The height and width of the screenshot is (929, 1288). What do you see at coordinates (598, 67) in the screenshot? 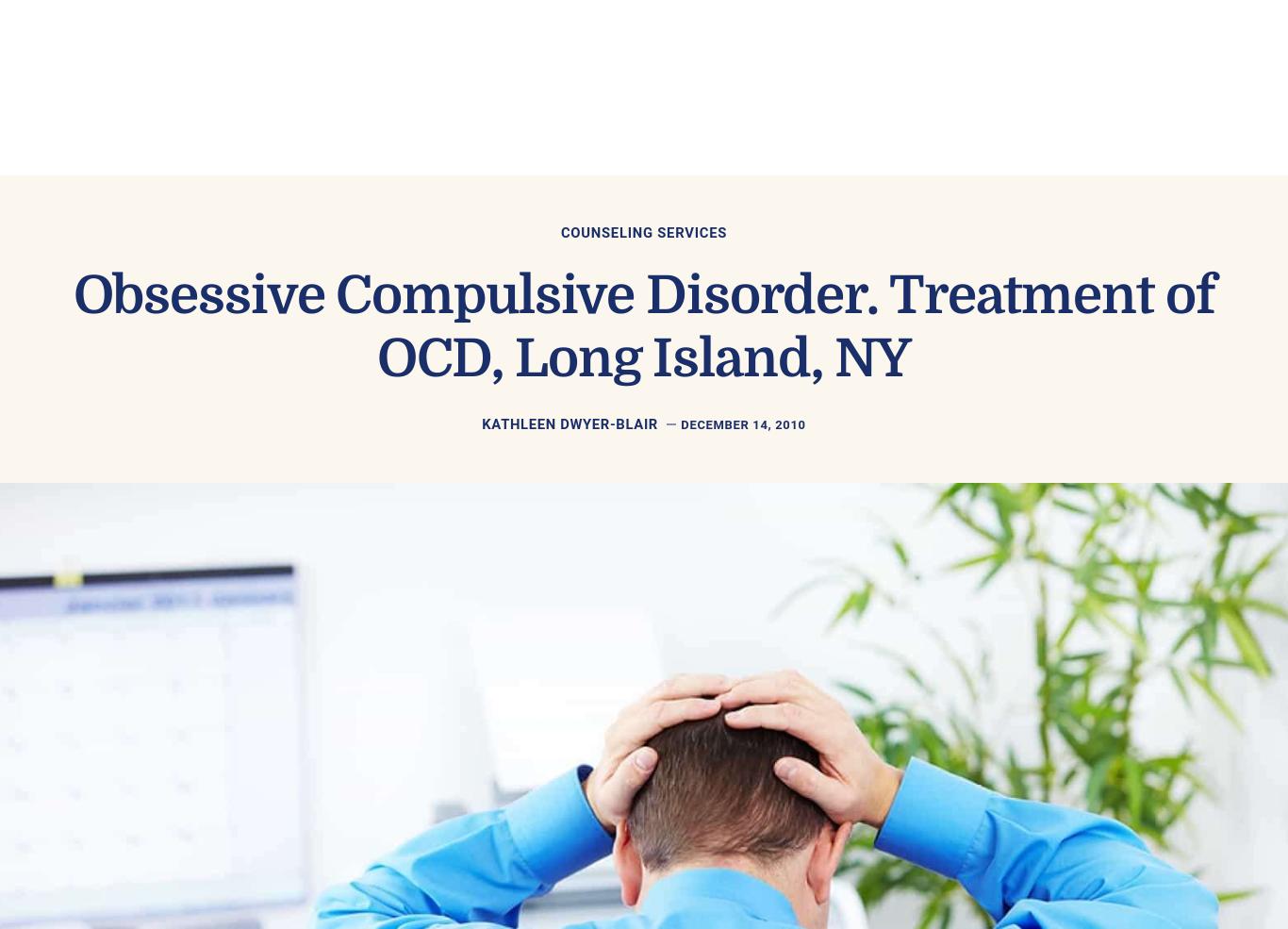
I see `'Counseling'` at bounding box center [598, 67].